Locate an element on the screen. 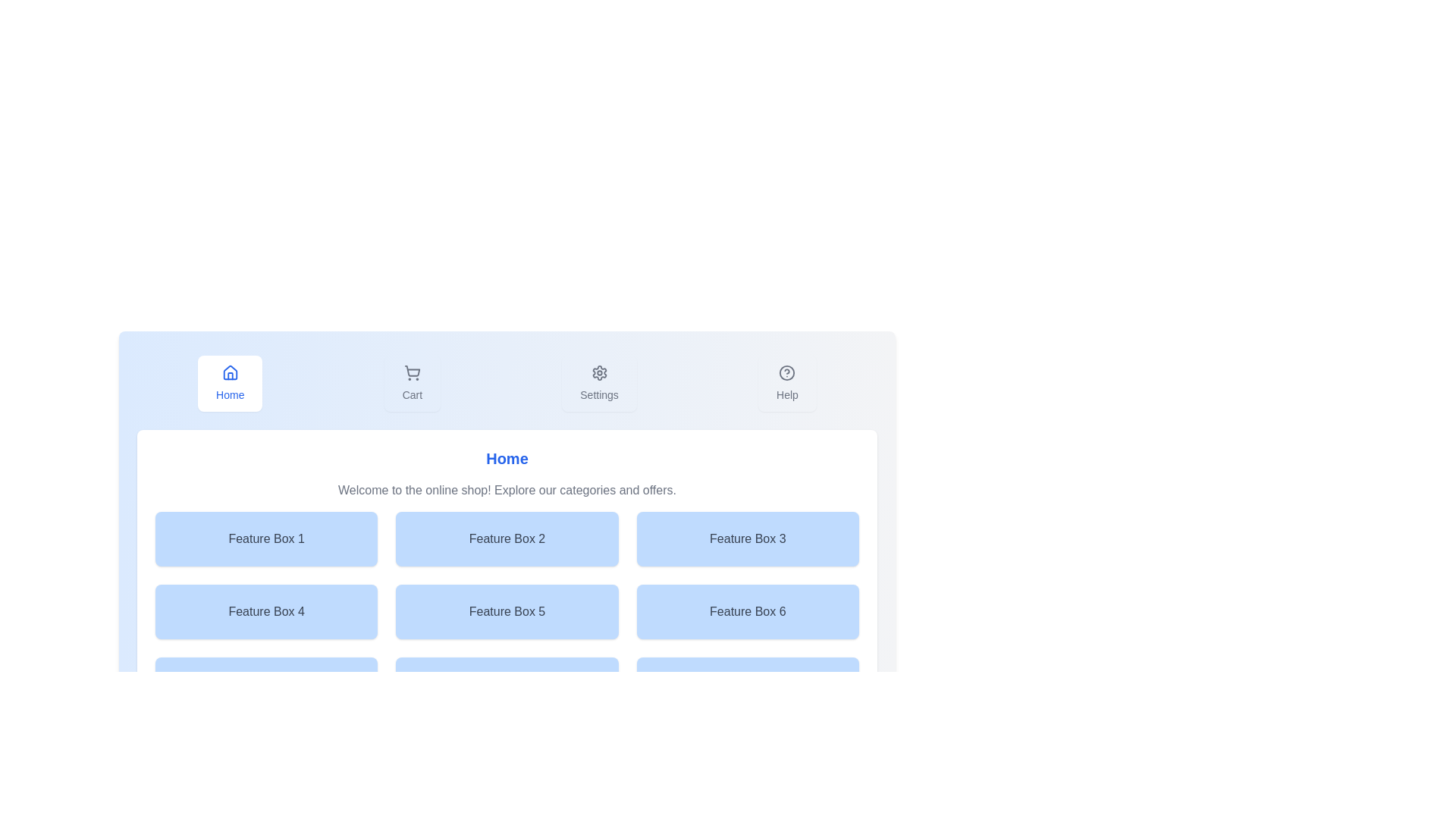  the Settings tab button to observe the hover effect is located at coordinates (598, 382).